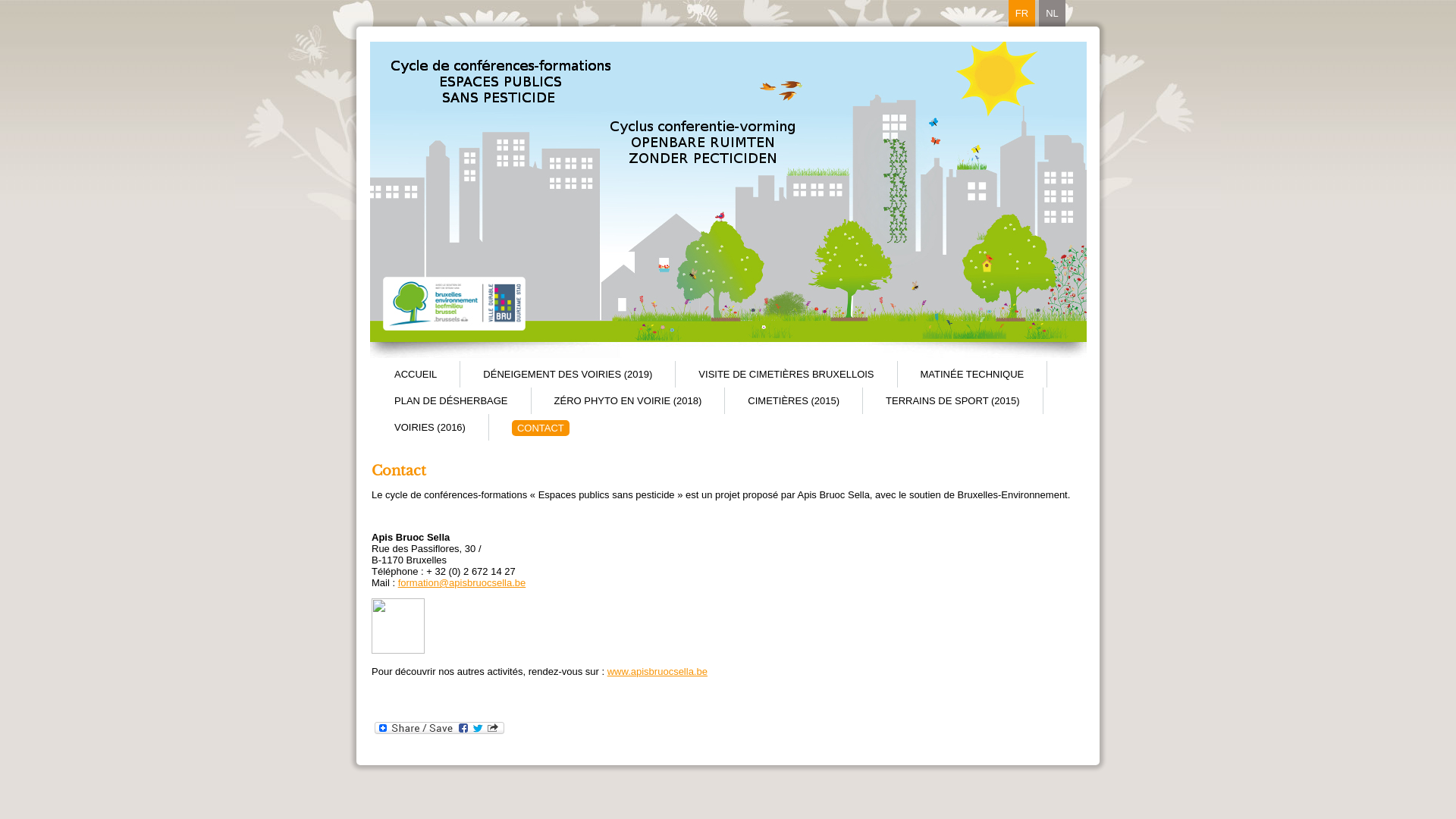 The width and height of the screenshot is (1456, 819). Describe the element at coordinates (541, 428) in the screenshot. I see `'CONTACT'` at that location.